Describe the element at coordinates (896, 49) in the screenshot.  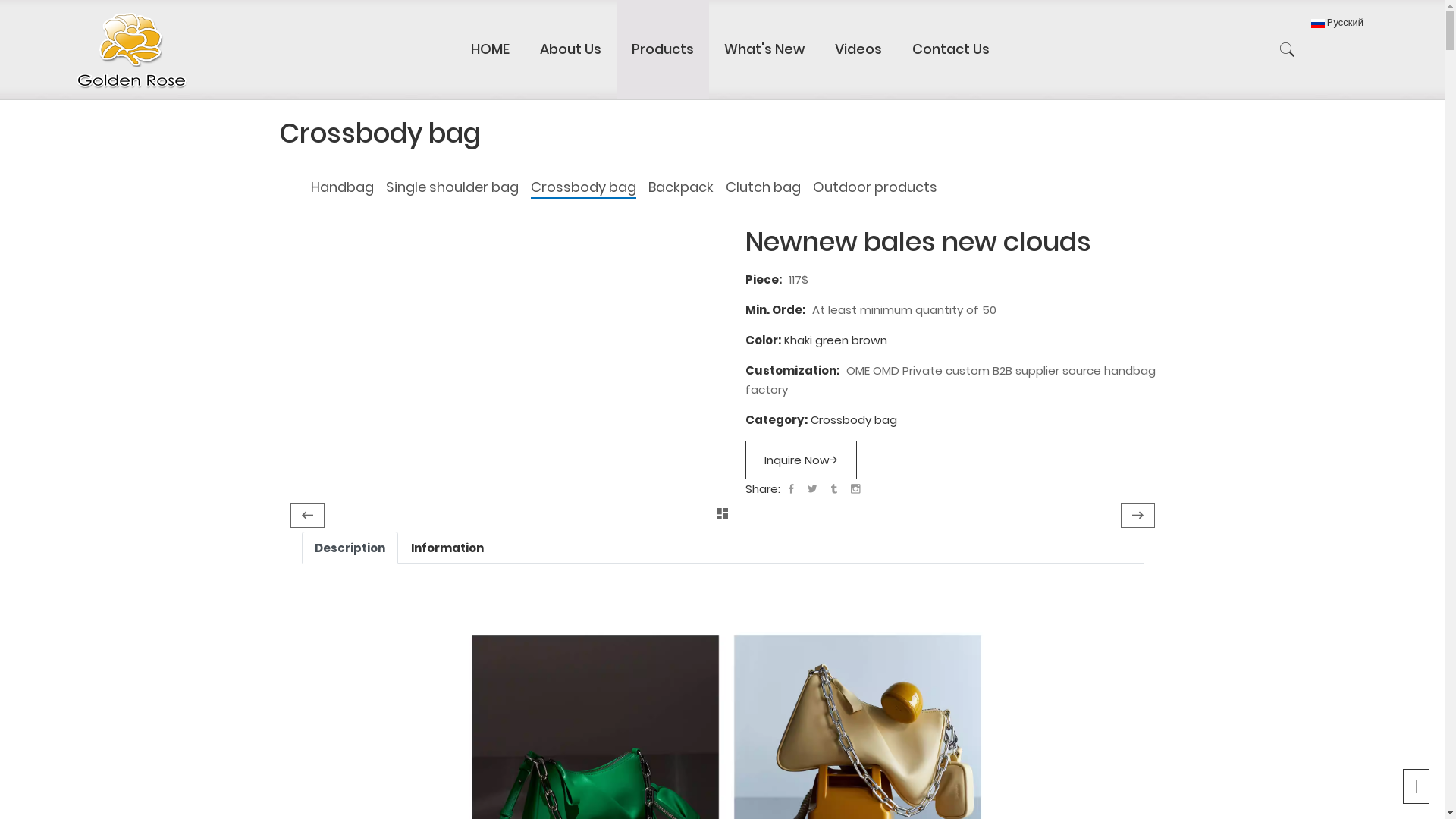
I see `'Contact Us'` at that location.